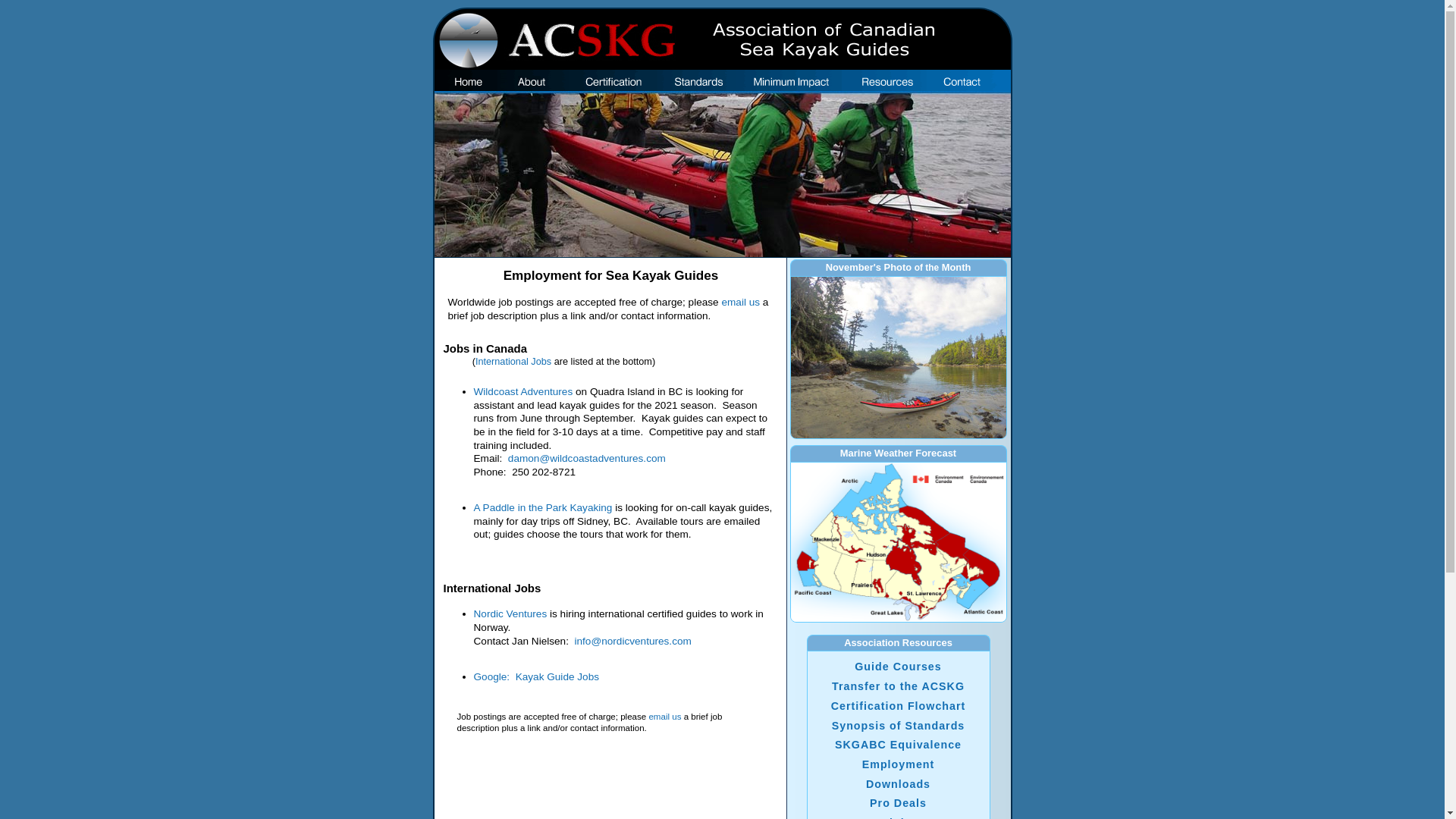 The height and width of the screenshot is (819, 1456). Describe the element at coordinates (632, 641) in the screenshot. I see `'info@nordicventures.com'` at that location.